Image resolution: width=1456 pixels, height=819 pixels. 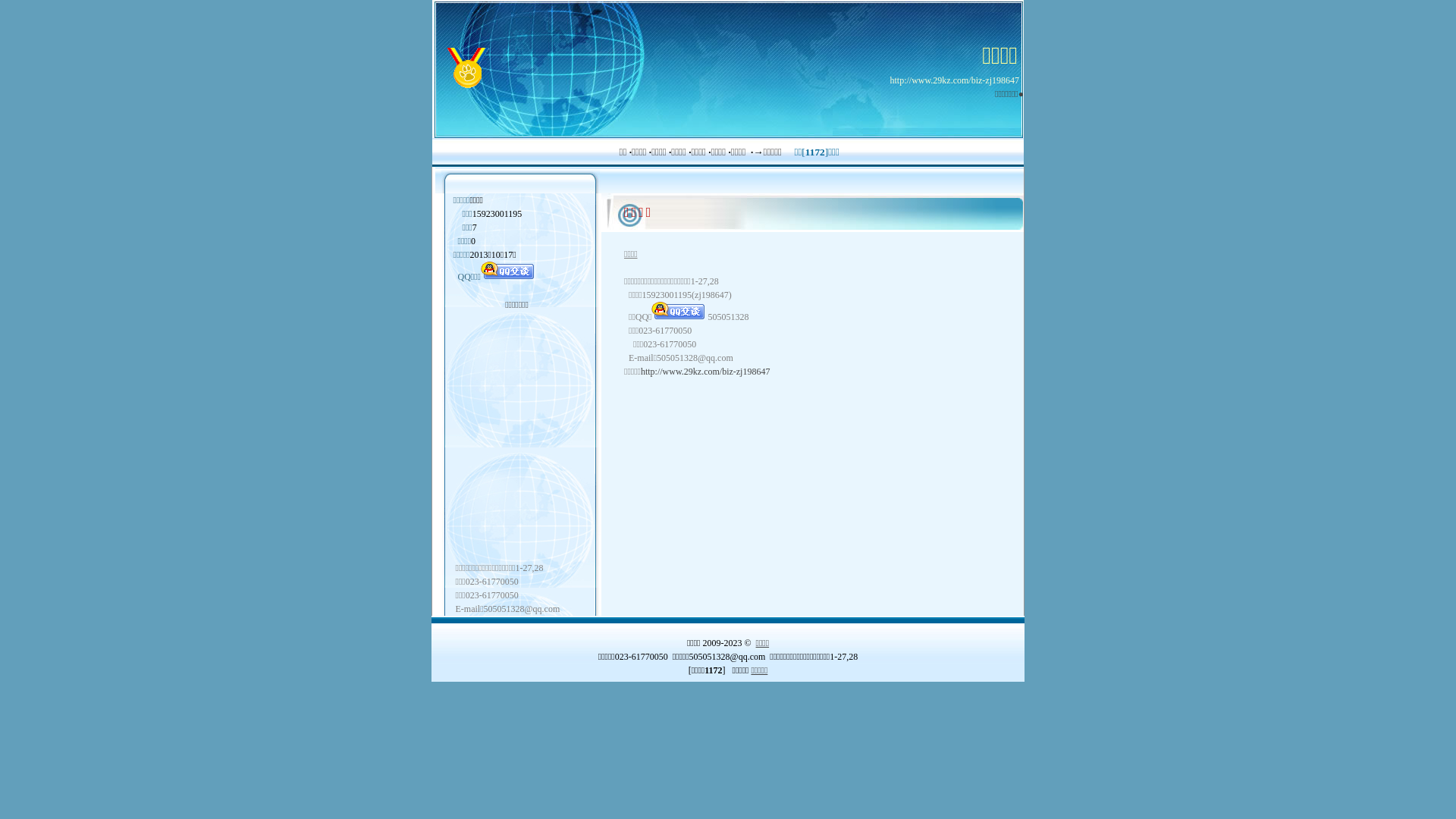 I want to click on 'http://www.29kz.com/biz-zj198647', so click(x=953, y=80).